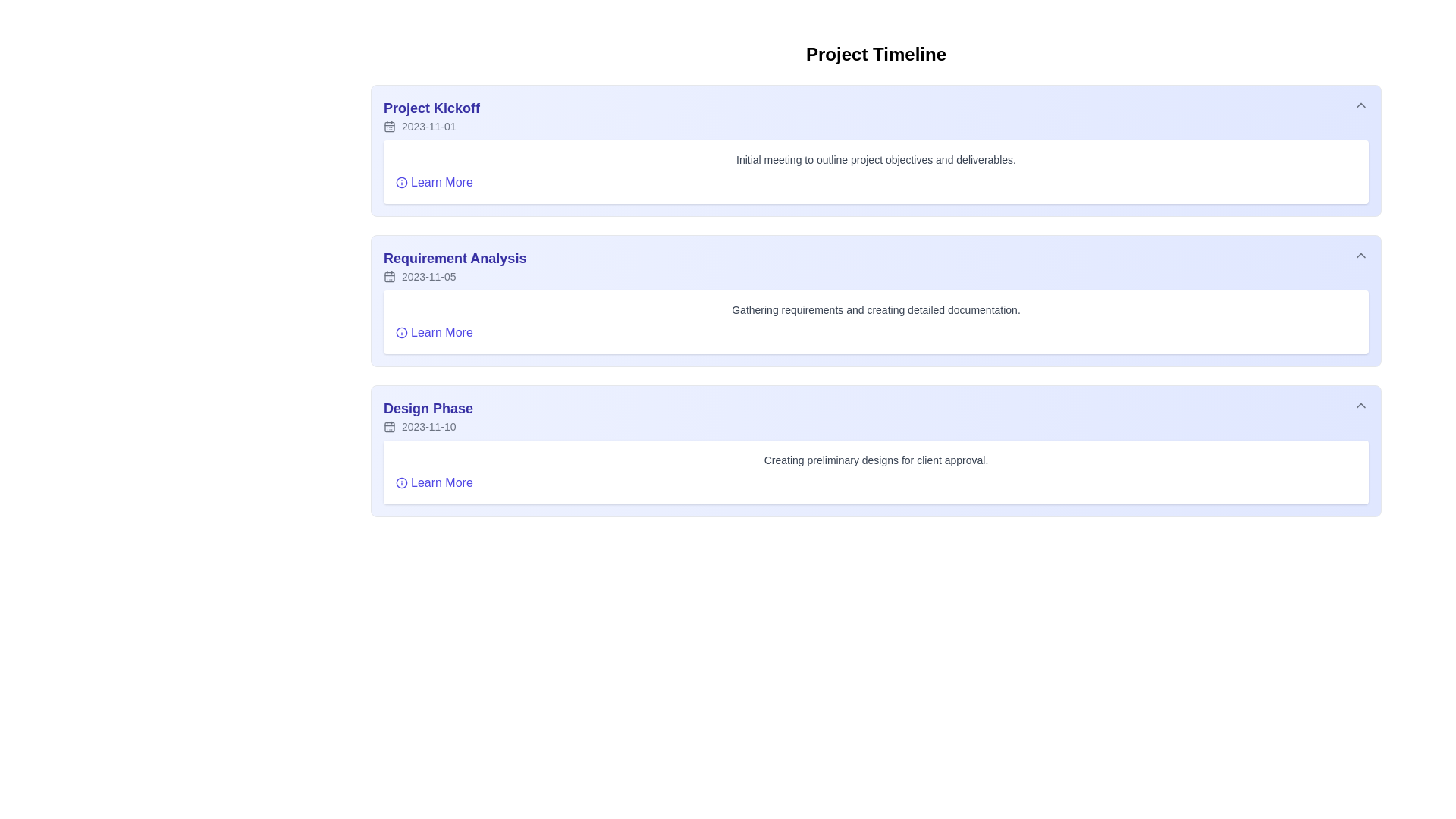 The height and width of the screenshot is (819, 1456). Describe the element at coordinates (428, 416) in the screenshot. I see `text content of the label displaying 'Design Phase' in bold indigo font and the date '2023-11-10' in smaller gray text, located in the third section of a vertical list` at that location.